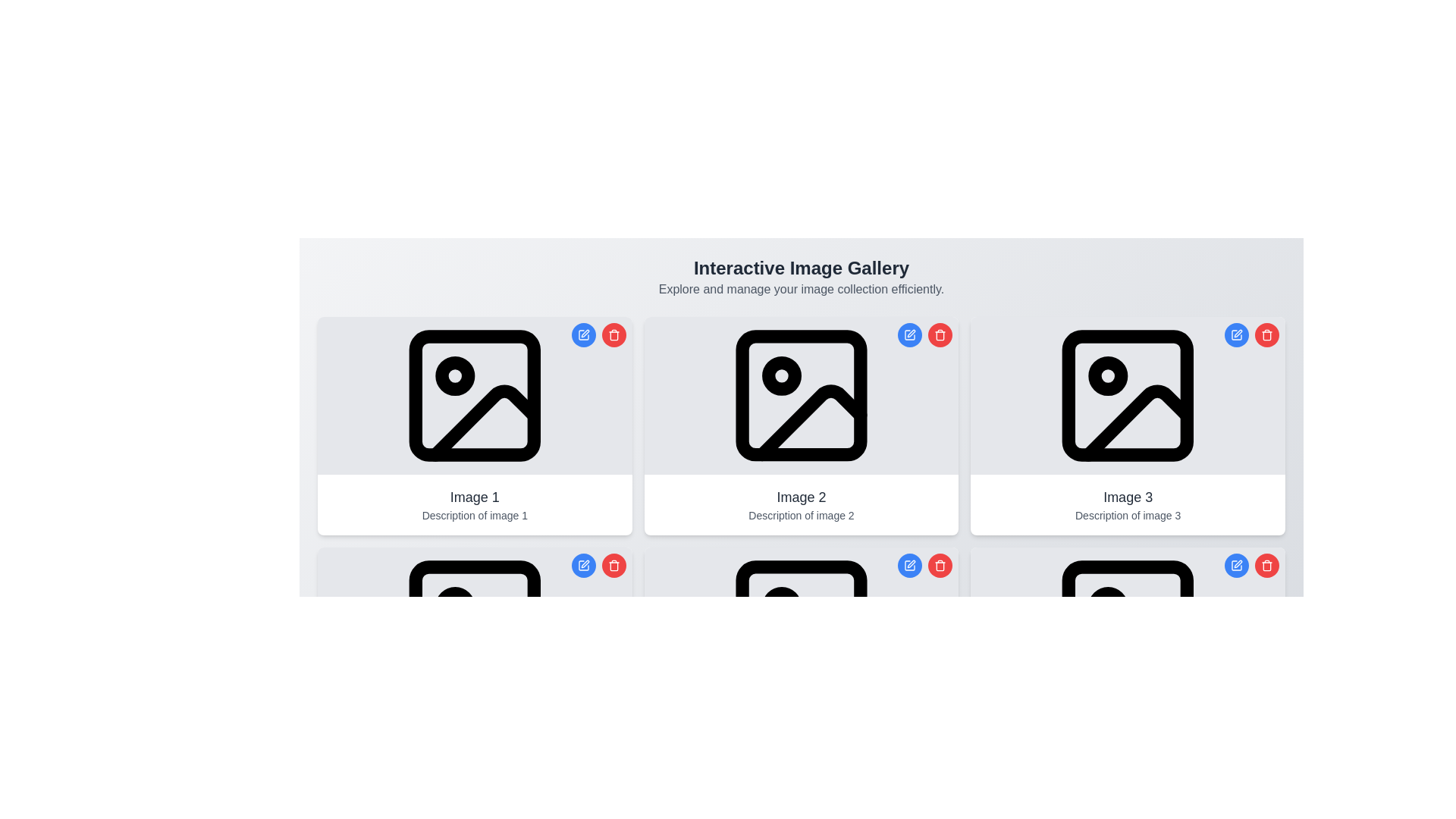 The image size is (1456, 819). What do you see at coordinates (584, 564) in the screenshot?
I see `the 'edit' icon for 'Image 2' located in the toolbar section of the 'Interactive Image Gallery'` at bounding box center [584, 564].